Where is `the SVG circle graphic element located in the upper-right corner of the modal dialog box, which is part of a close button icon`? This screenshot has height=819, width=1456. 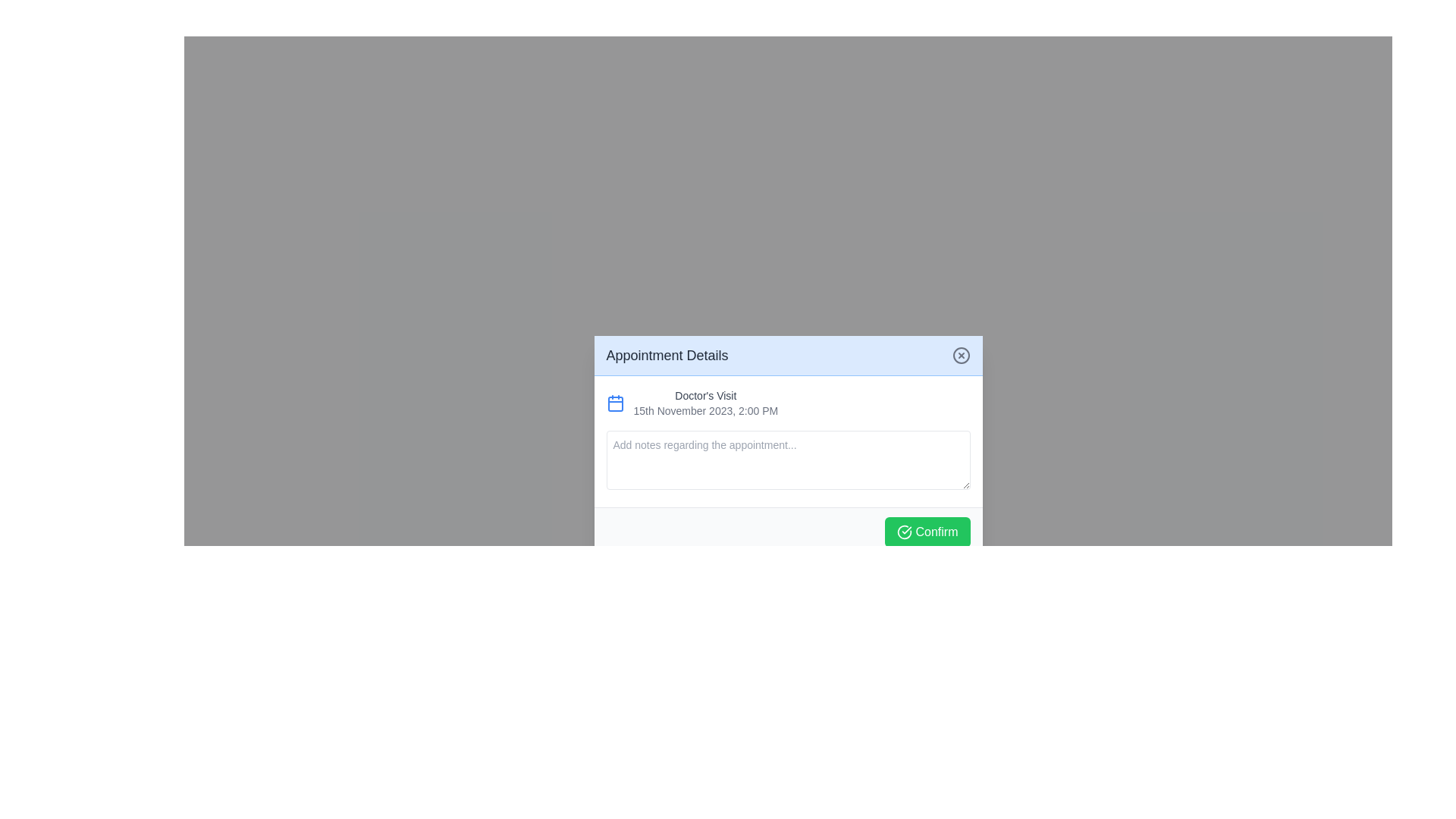 the SVG circle graphic element located in the upper-right corner of the modal dialog box, which is part of a close button icon is located at coordinates (960, 355).